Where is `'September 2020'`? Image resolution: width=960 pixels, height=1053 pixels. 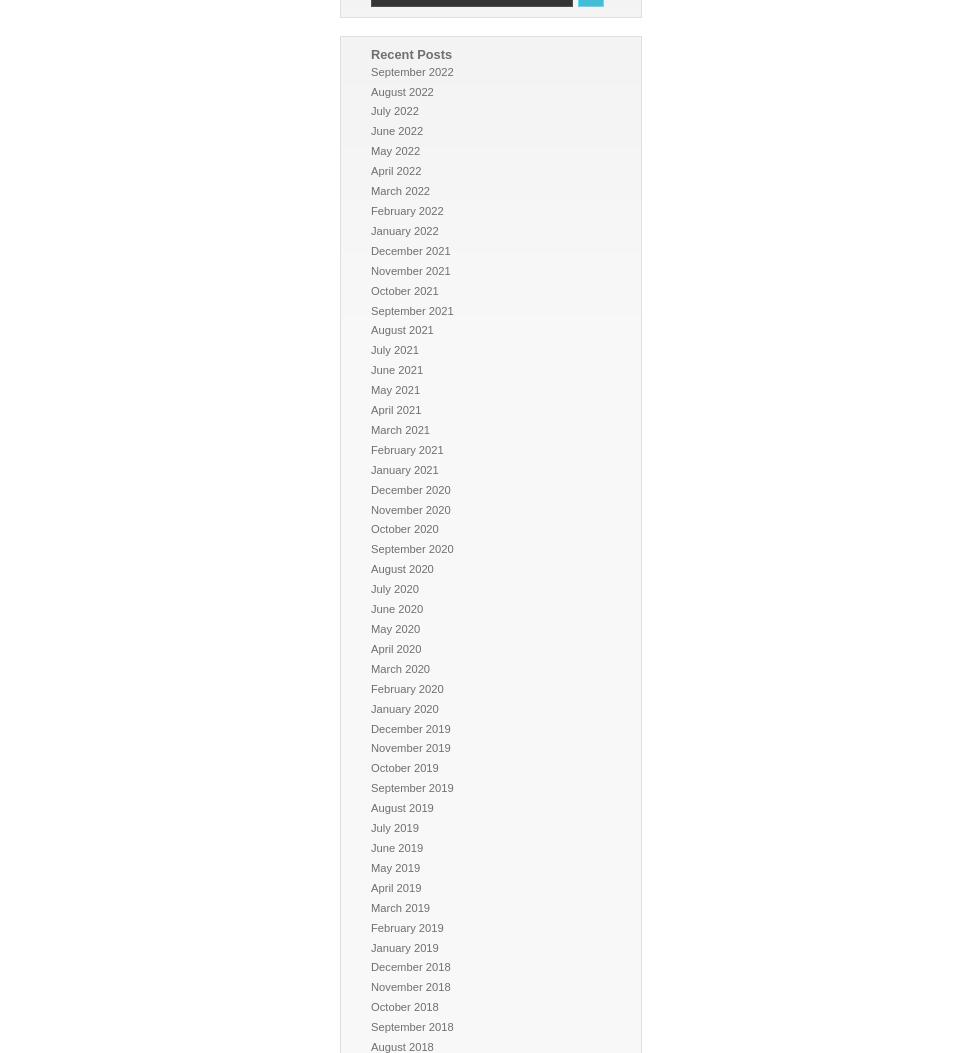
'September 2020' is located at coordinates (411, 548).